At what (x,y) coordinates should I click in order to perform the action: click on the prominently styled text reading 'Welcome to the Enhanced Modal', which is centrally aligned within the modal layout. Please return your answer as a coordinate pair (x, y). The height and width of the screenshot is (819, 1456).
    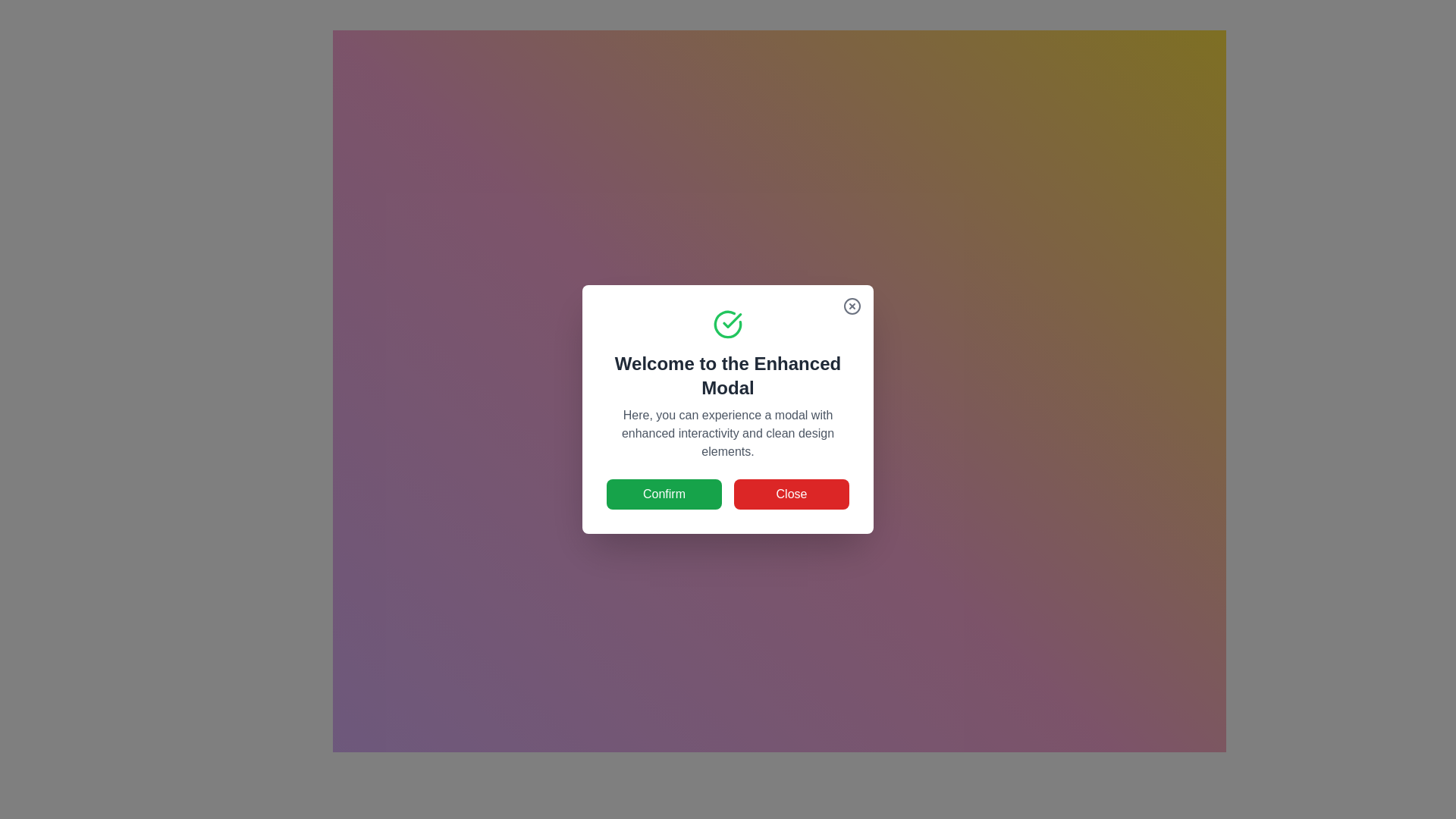
    Looking at the image, I should click on (728, 375).